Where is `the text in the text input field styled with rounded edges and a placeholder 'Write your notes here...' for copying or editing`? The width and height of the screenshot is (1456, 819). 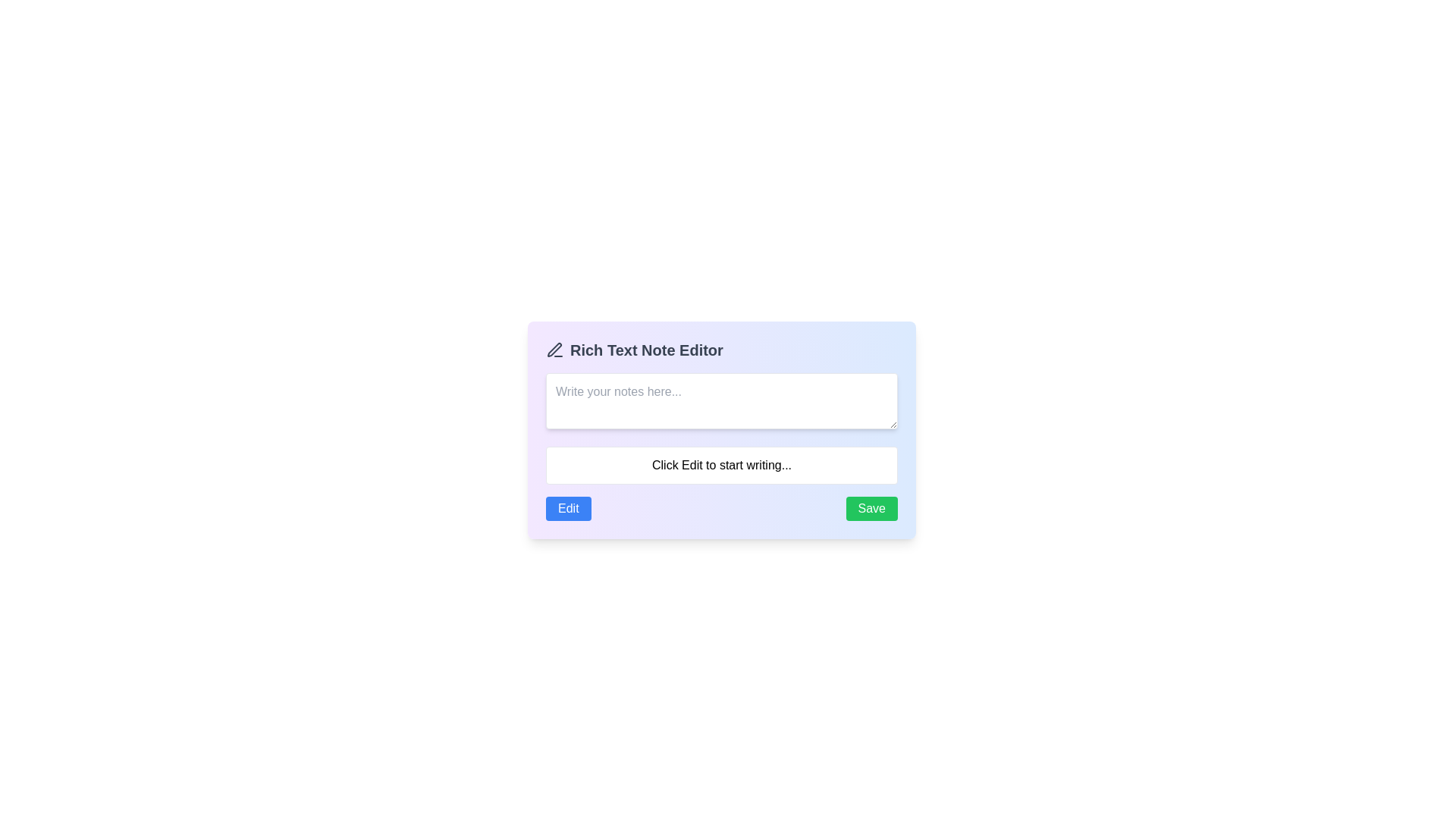
the text in the text input field styled with rounded edges and a placeholder 'Write your notes here...' for copying or editing is located at coordinates (720, 400).